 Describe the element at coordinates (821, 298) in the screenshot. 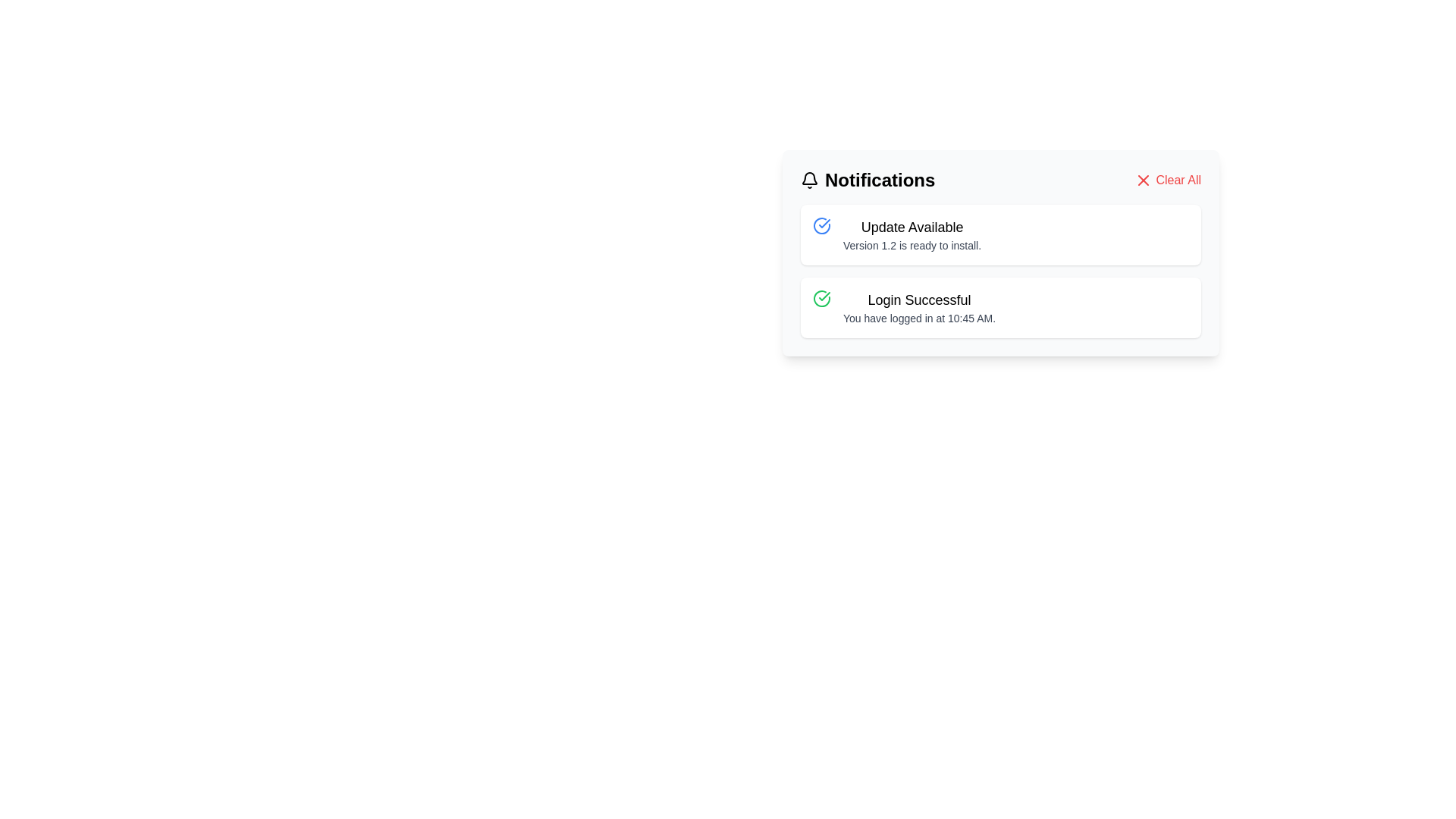

I see `the success icon located at the leftmost side of the notification card indicating 'Login Successful'` at that location.